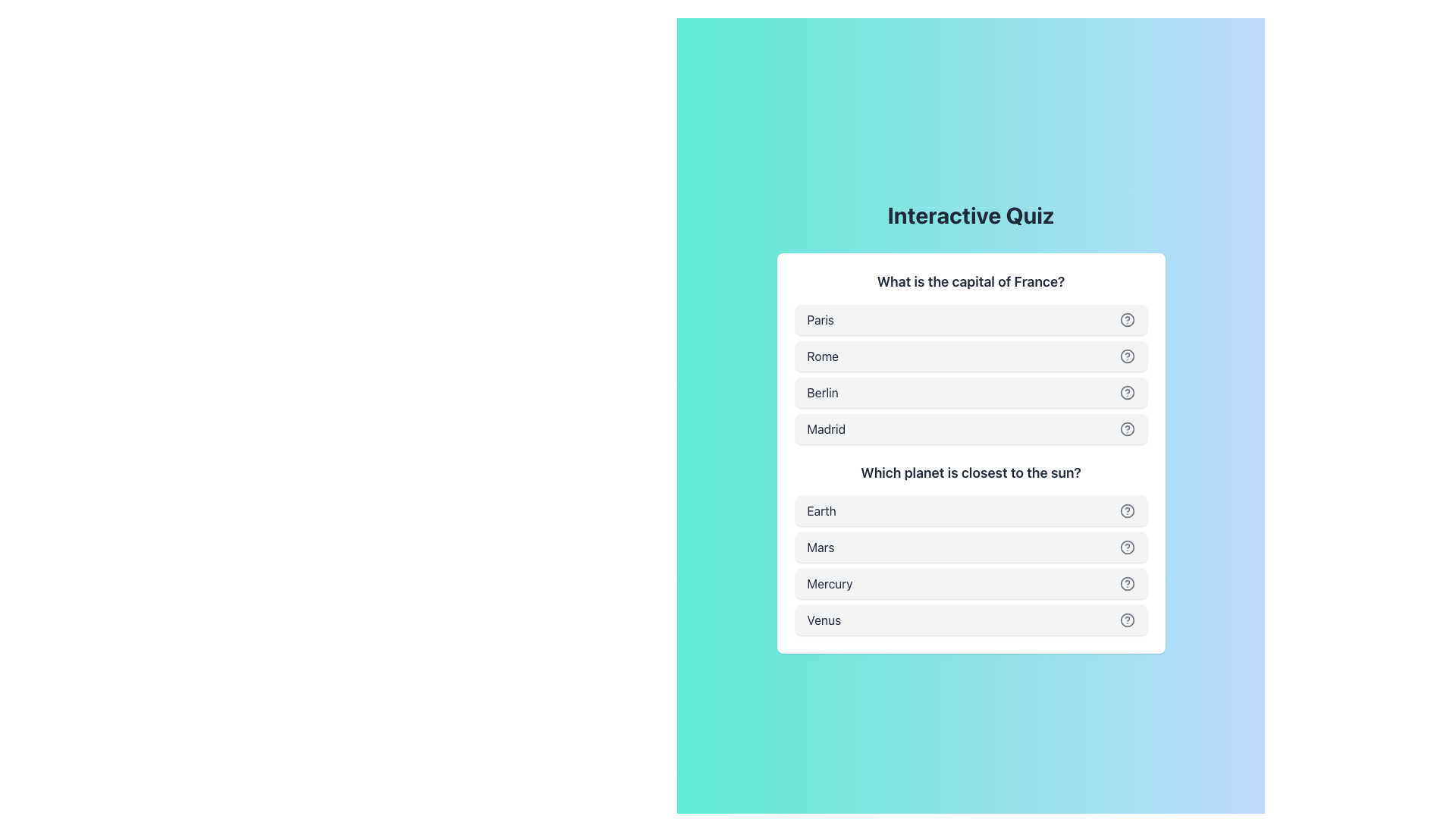 Image resolution: width=1456 pixels, height=819 pixels. Describe the element at coordinates (1127, 620) in the screenshot. I see `the Help icon located at the far right of the 'Venus' option` at that location.